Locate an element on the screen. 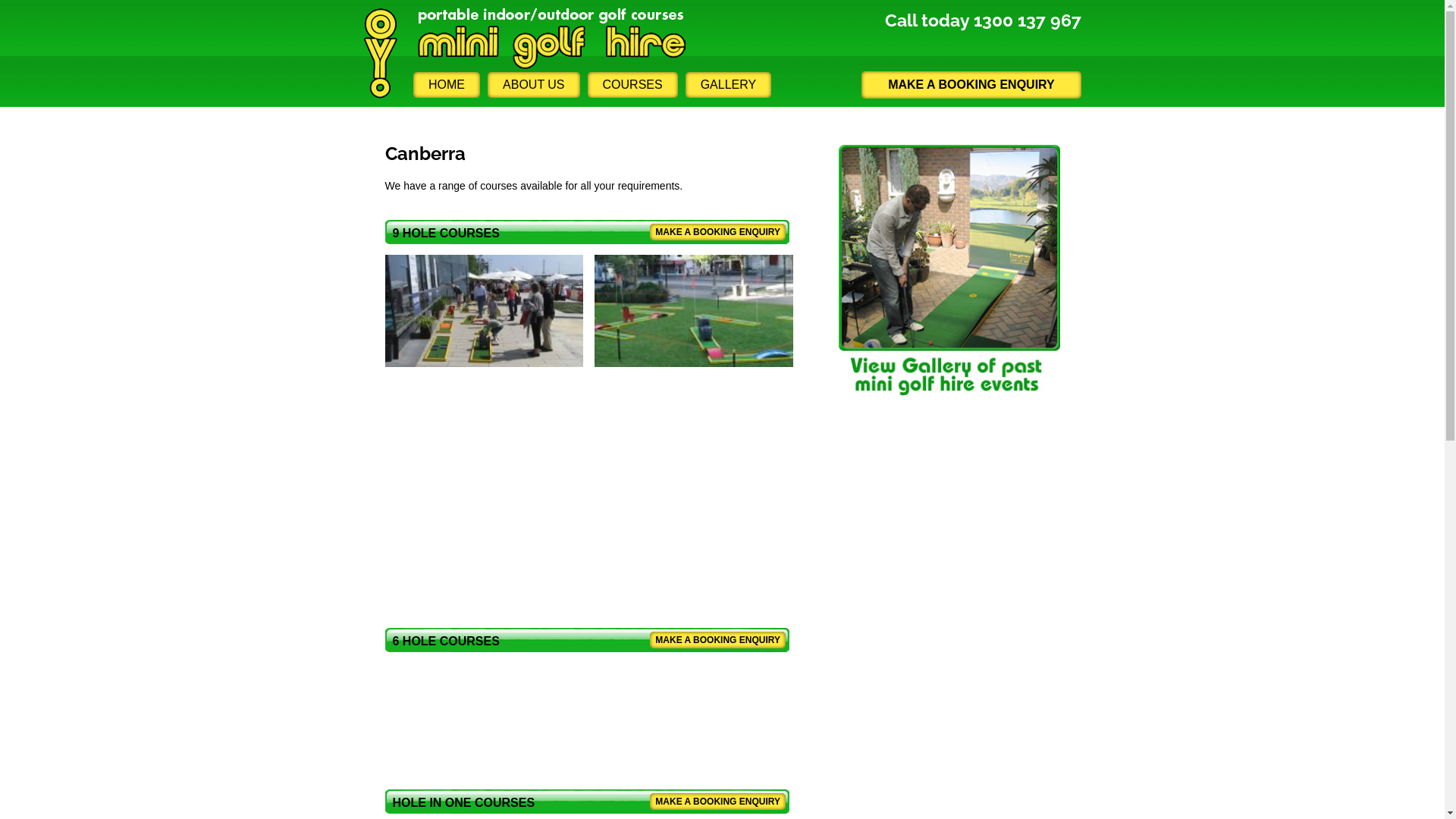 The height and width of the screenshot is (819, 1456). 'MAKE A BOOKING ENQUIRY' is located at coordinates (717, 640).